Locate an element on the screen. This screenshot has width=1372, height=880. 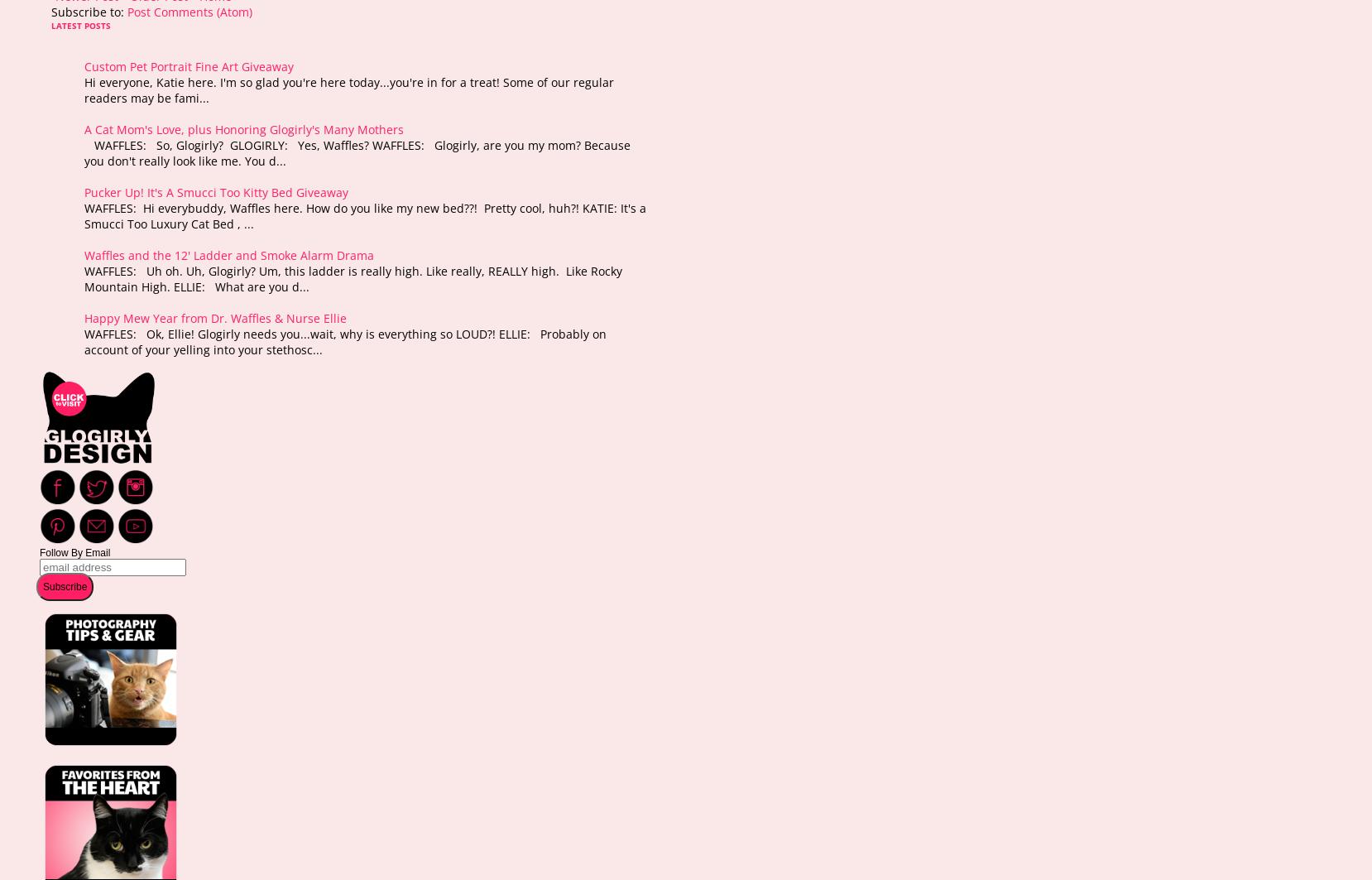
'Follow By Email' is located at coordinates (74, 551).